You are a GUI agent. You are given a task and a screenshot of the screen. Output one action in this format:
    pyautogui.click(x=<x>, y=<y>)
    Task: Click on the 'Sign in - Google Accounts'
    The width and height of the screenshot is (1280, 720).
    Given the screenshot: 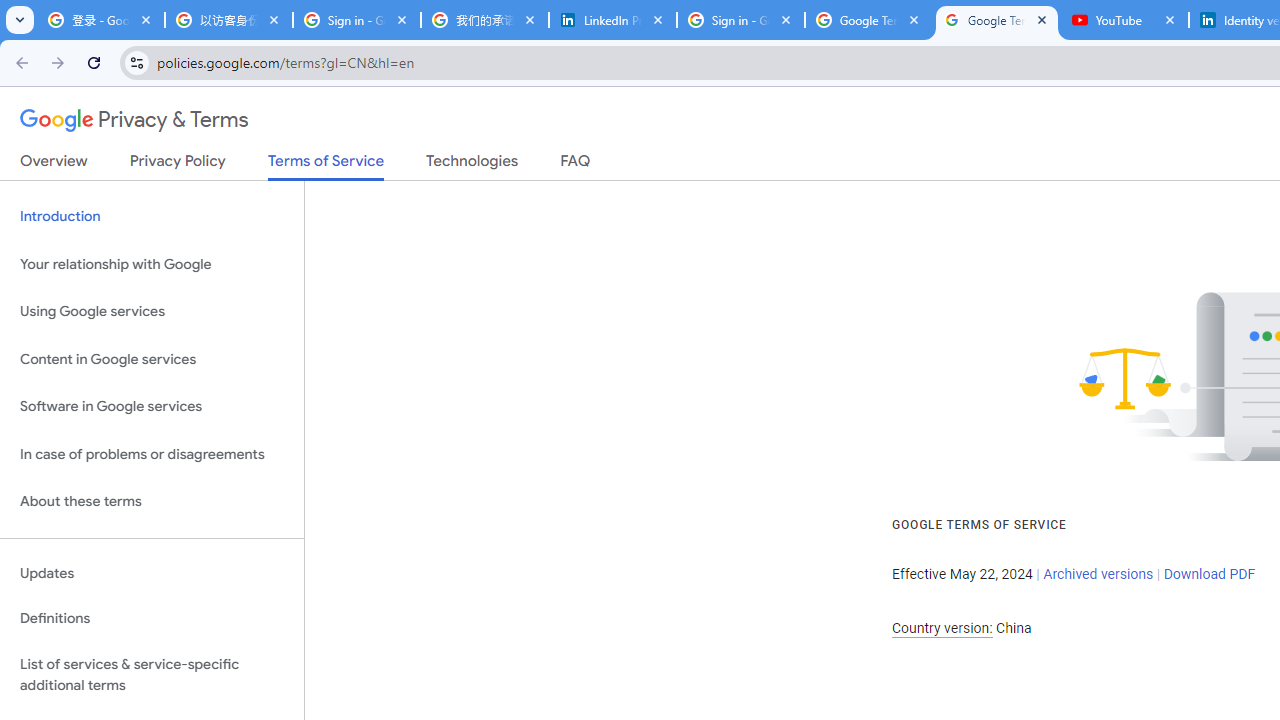 What is the action you would take?
    pyautogui.click(x=740, y=20)
    